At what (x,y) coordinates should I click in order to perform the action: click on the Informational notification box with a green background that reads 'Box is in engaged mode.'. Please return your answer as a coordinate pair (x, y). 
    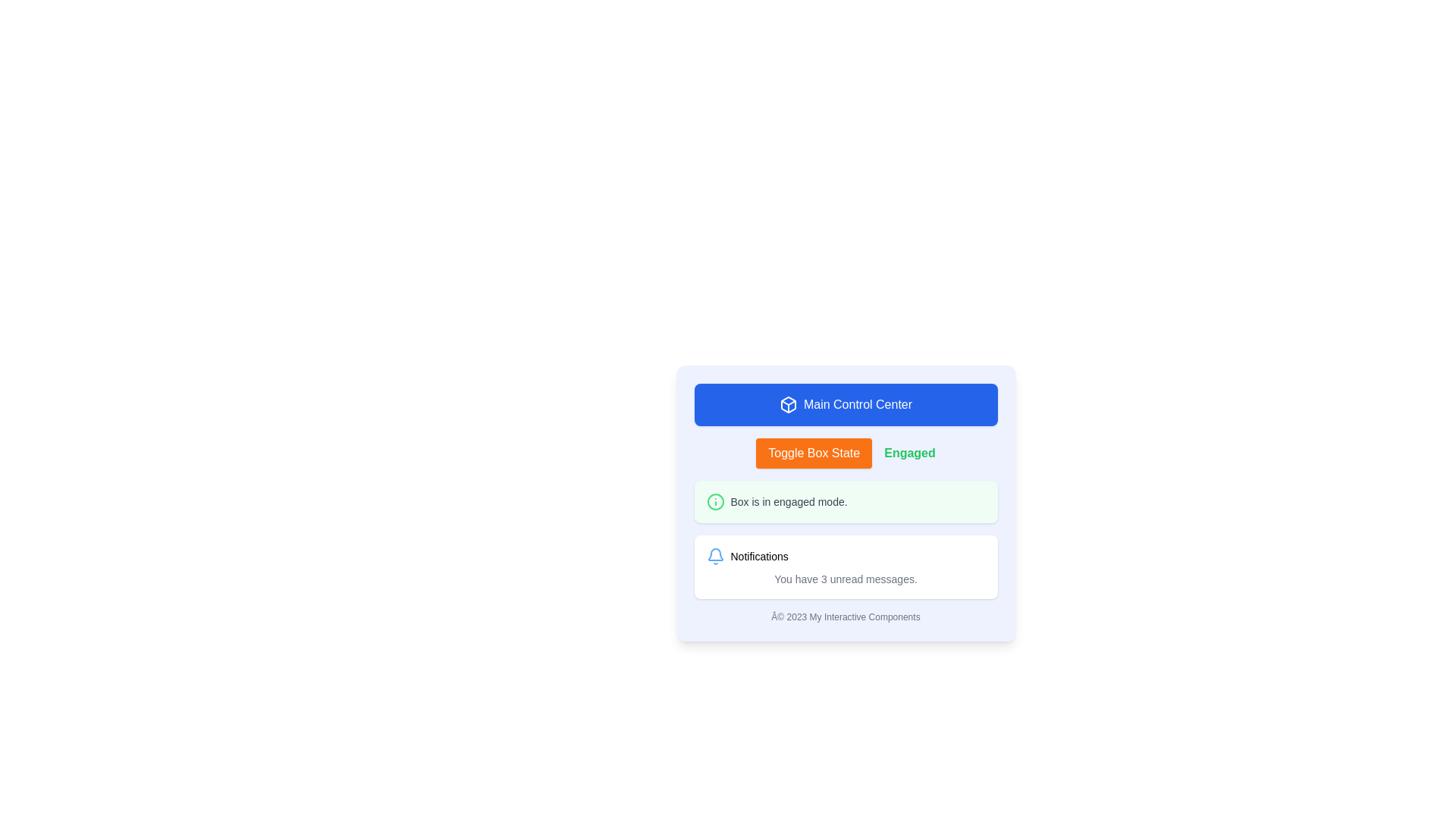
    Looking at the image, I should click on (845, 502).